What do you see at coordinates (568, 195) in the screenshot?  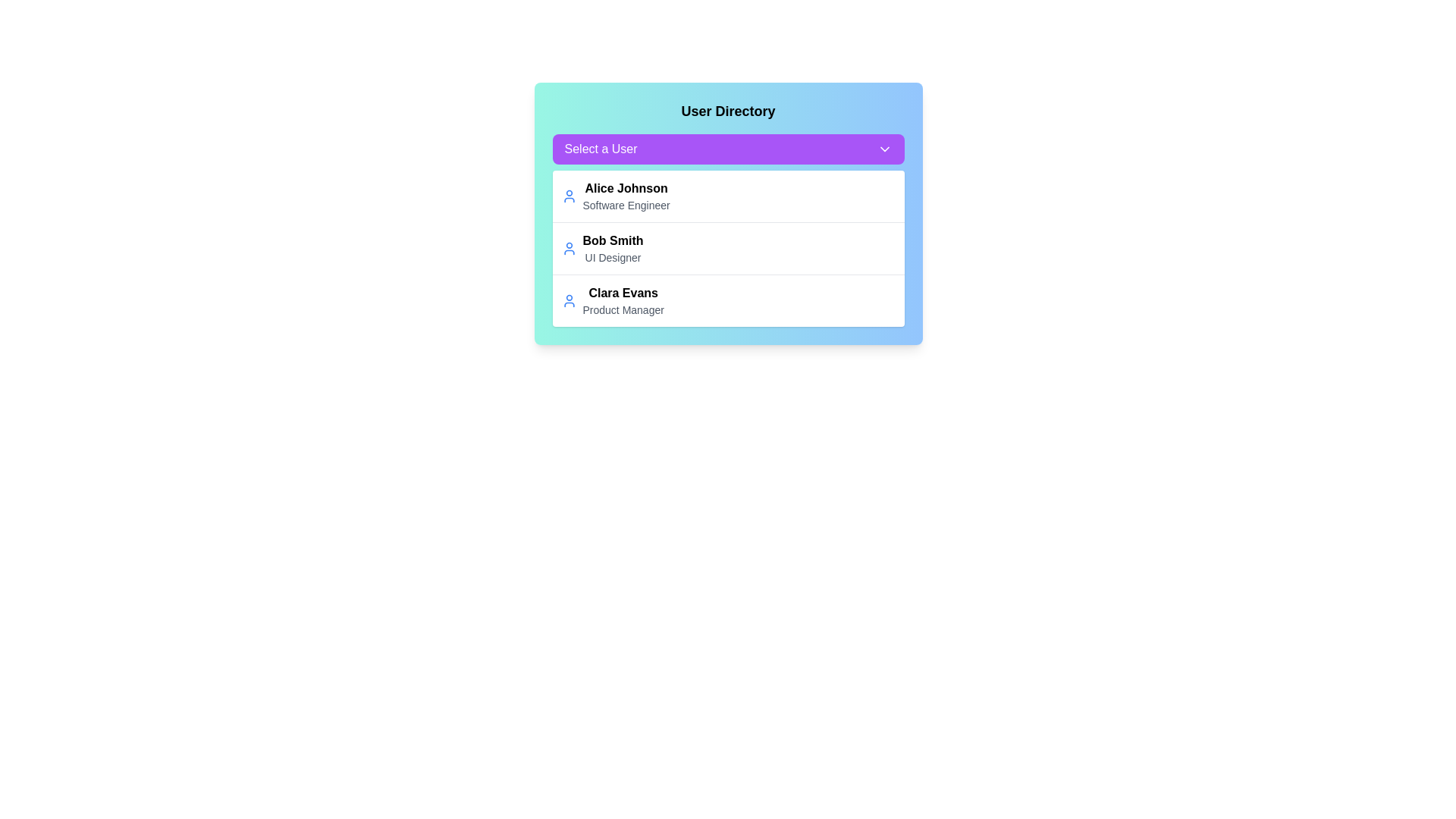 I see `the user icon representing 'Alice Johnson' located in the user directory section, positioned to the left of the text 'Alice Johnson Software Engineer'` at bounding box center [568, 195].